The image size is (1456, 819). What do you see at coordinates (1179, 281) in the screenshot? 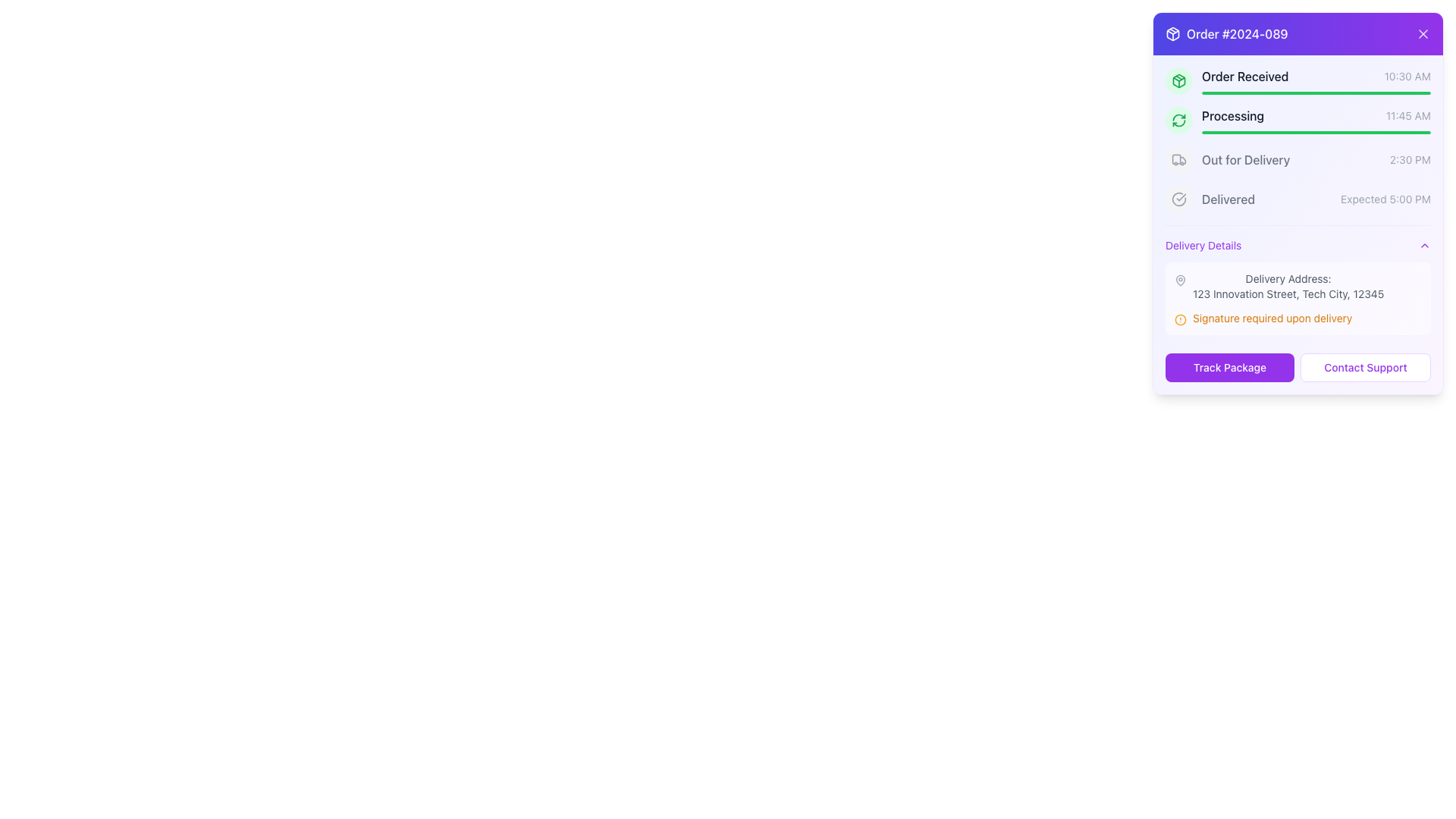
I see `the location-related graphic/icon in the 'Delivery Details' section, which is positioned to the left of the delivery address '123 Innovation Street, Tech City, 12345'` at bounding box center [1179, 281].